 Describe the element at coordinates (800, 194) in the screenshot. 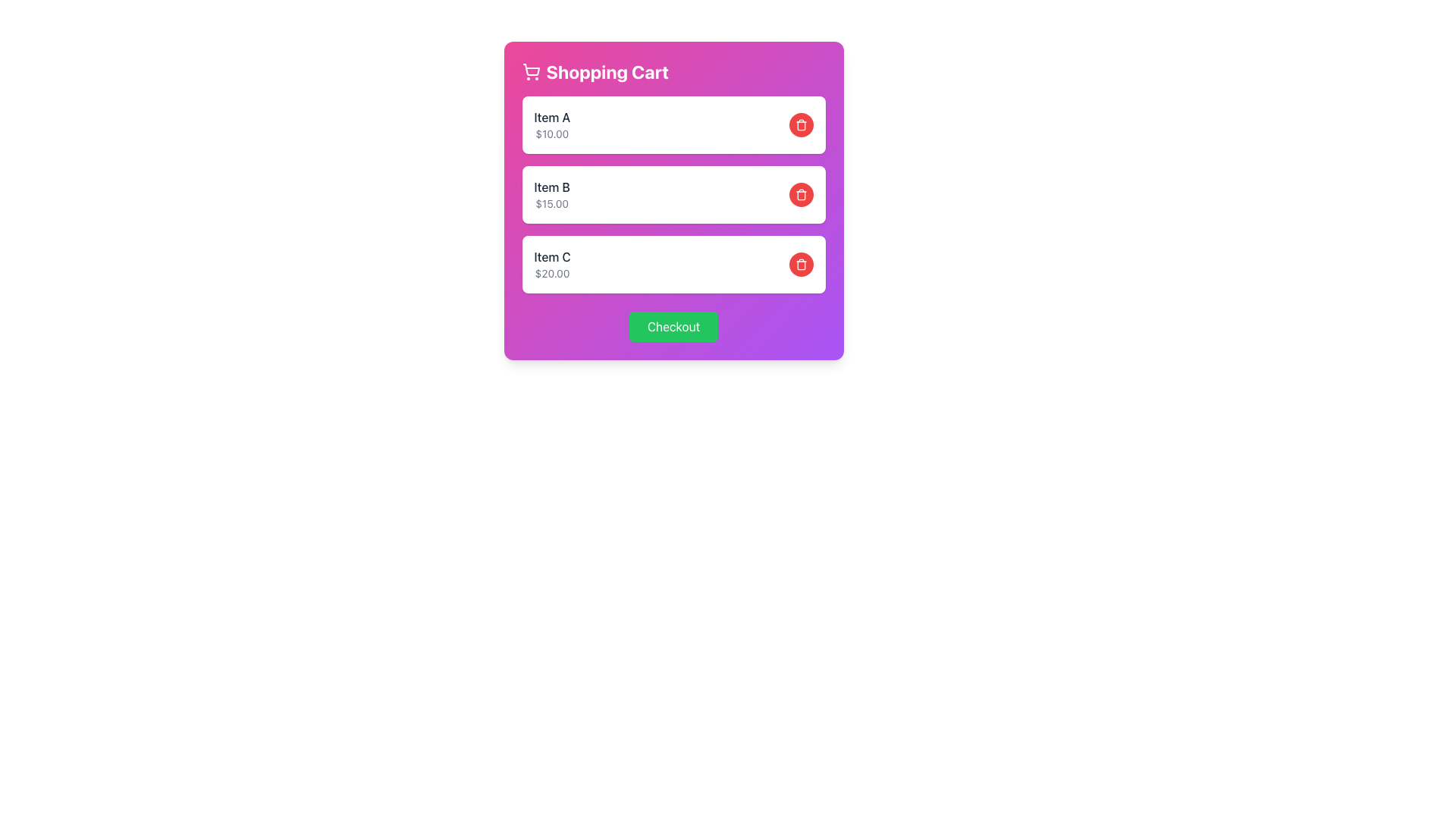

I see `the delete icon button located to the right of 'Item B' priced at $15.00 in the shopping cart interface` at that location.